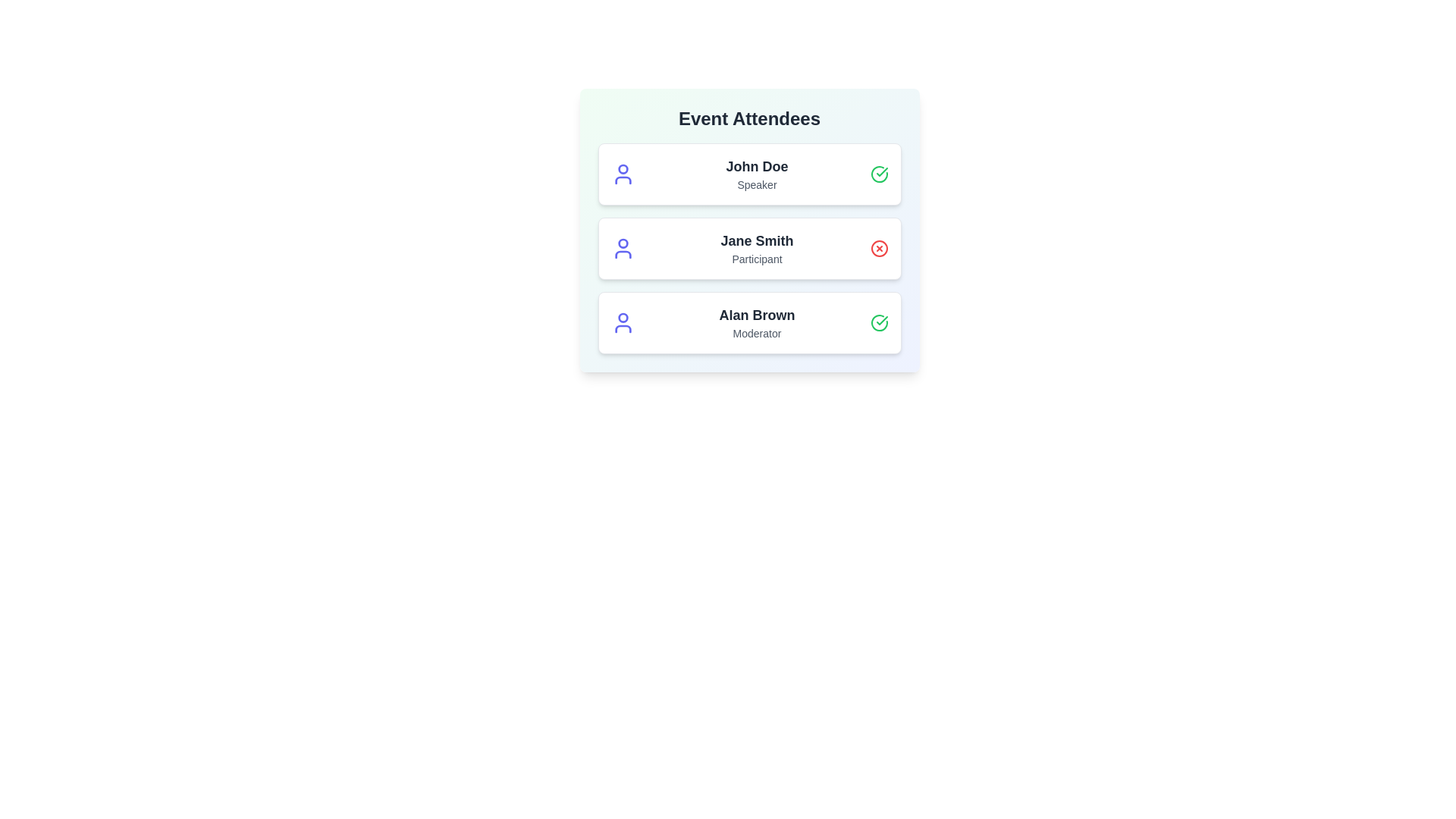 The height and width of the screenshot is (819, 1456). I want to click on the attendee card for John Doe, so click(749, 174).